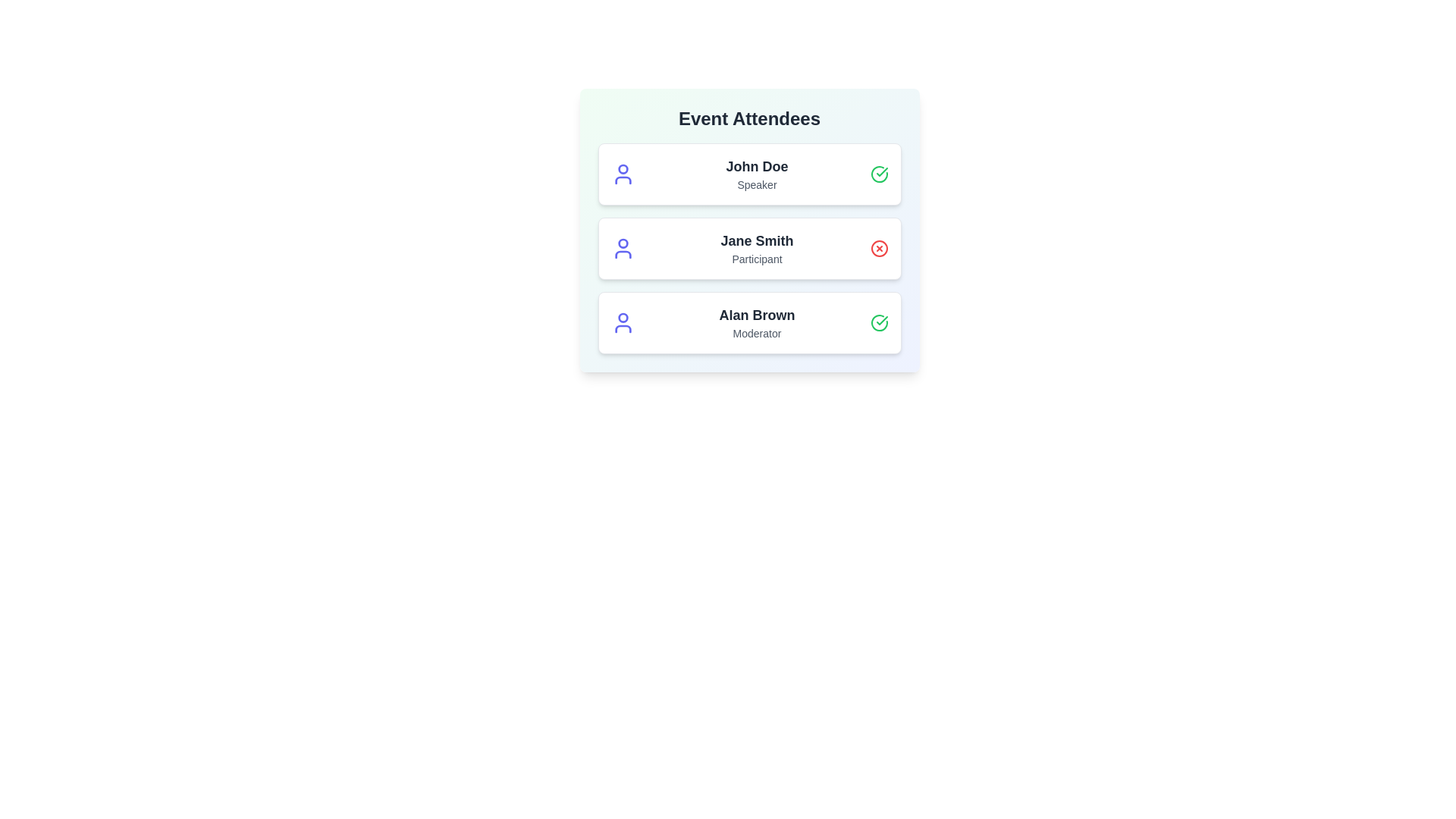 The height and width of the screenshot is (819, 1456). I want to click on the attendee card for John Doe, so click(749, 174).